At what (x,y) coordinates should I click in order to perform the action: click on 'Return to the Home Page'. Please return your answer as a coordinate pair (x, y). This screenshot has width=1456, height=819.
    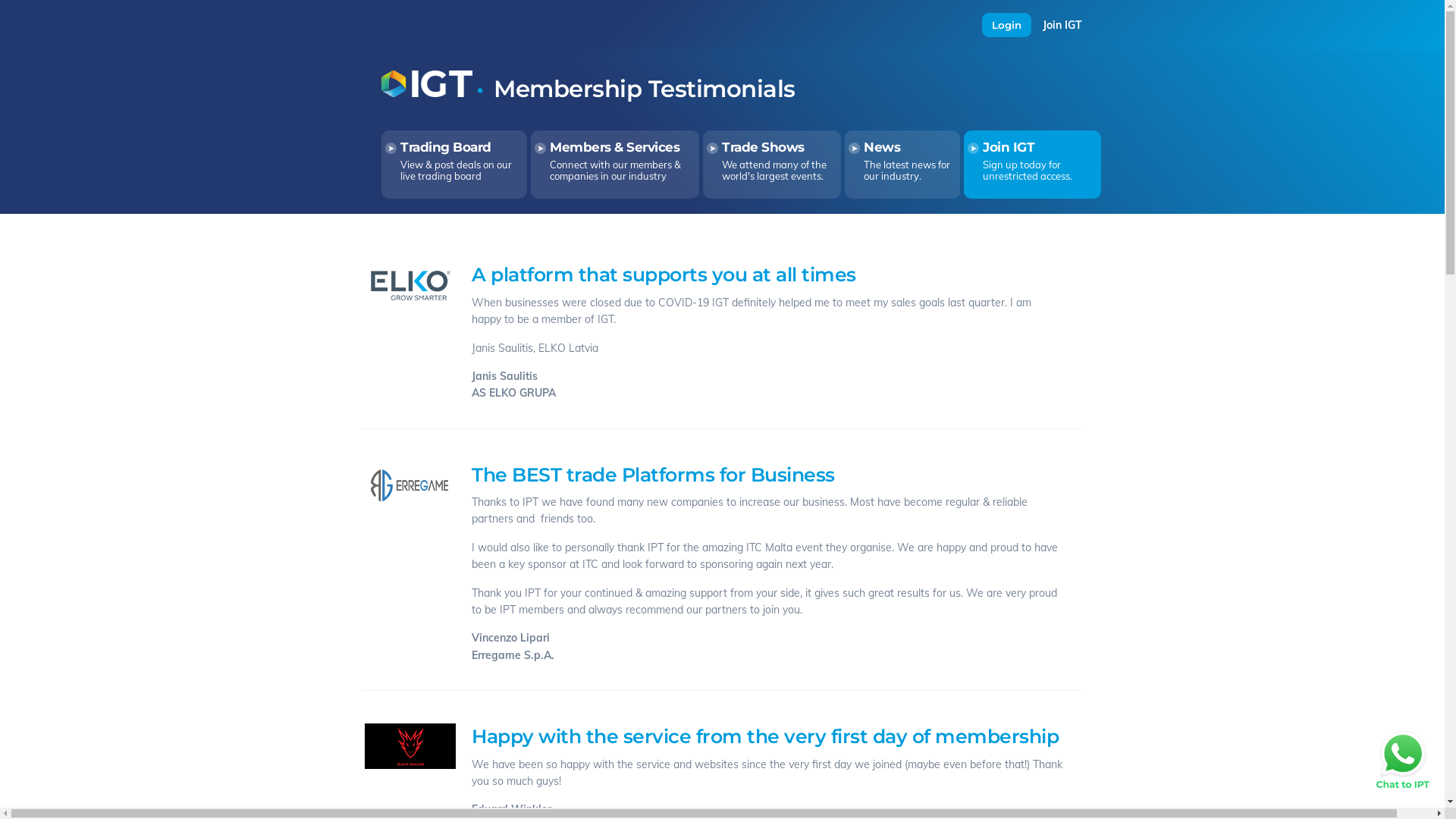
    Looking at the image, I should click on (425, 93).